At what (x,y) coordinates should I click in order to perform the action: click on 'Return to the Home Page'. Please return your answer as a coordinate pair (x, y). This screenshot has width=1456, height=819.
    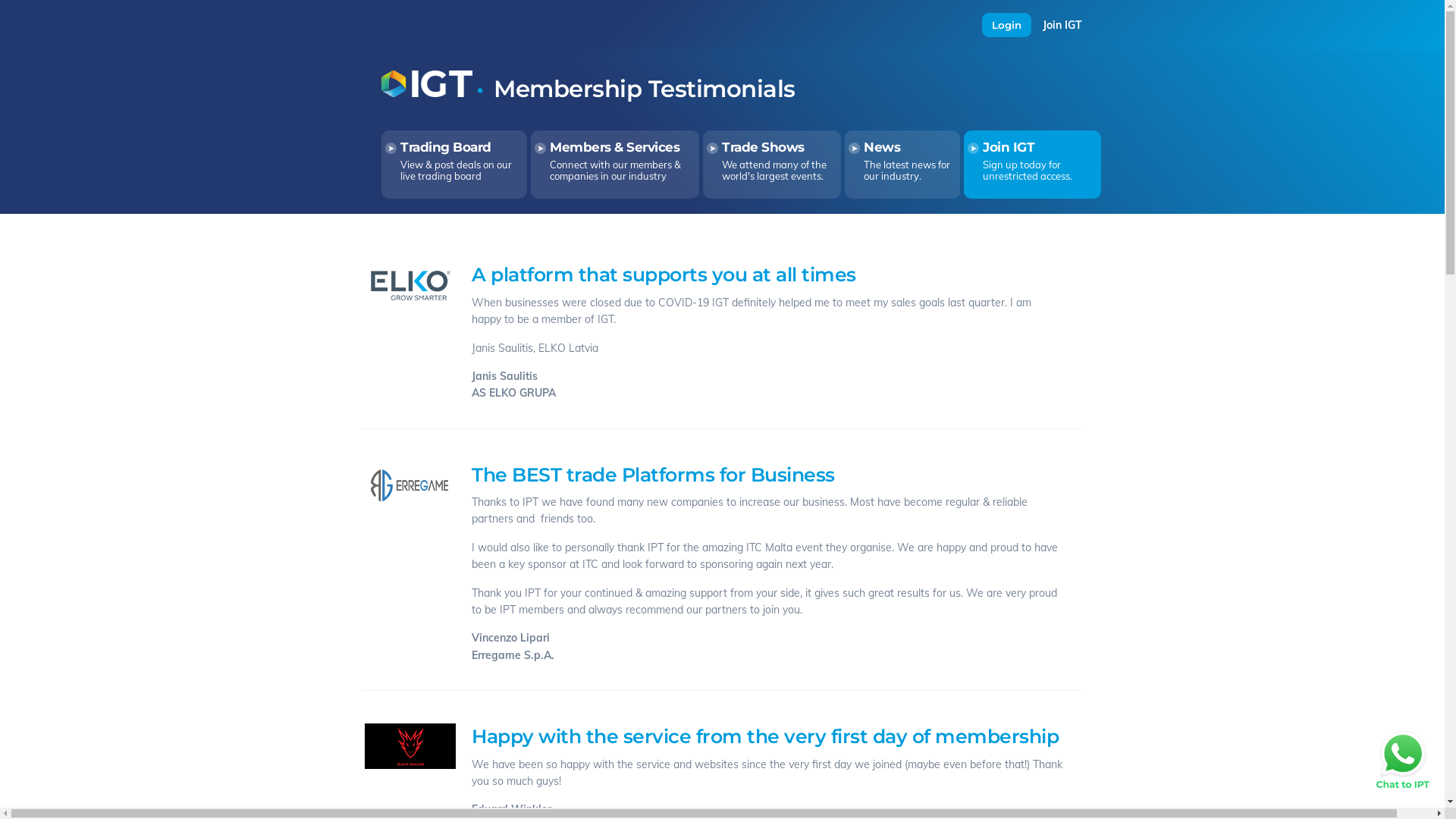
    Looking at the image, I should click on (425, 93).